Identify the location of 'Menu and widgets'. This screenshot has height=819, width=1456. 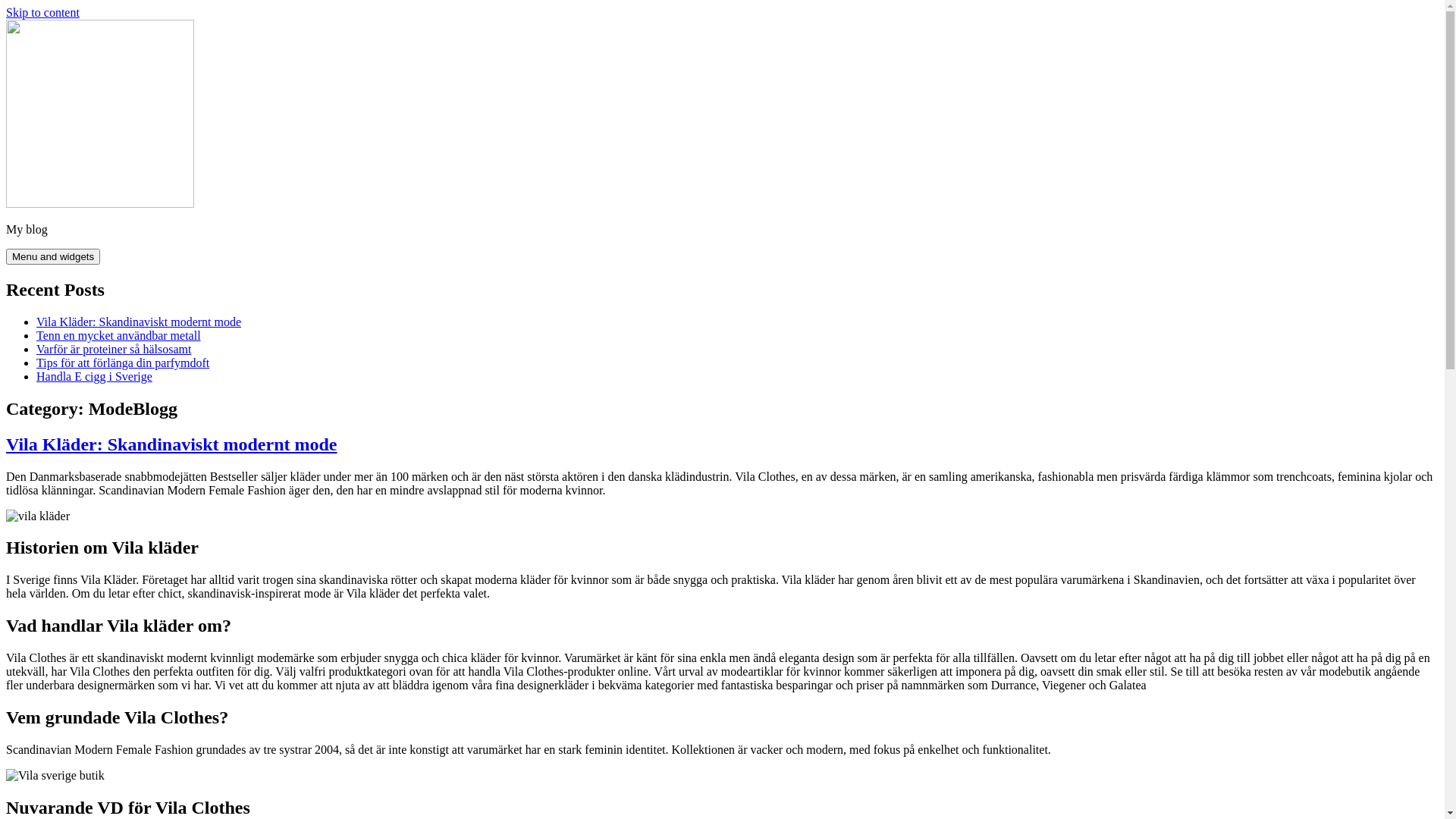
(53, 256).